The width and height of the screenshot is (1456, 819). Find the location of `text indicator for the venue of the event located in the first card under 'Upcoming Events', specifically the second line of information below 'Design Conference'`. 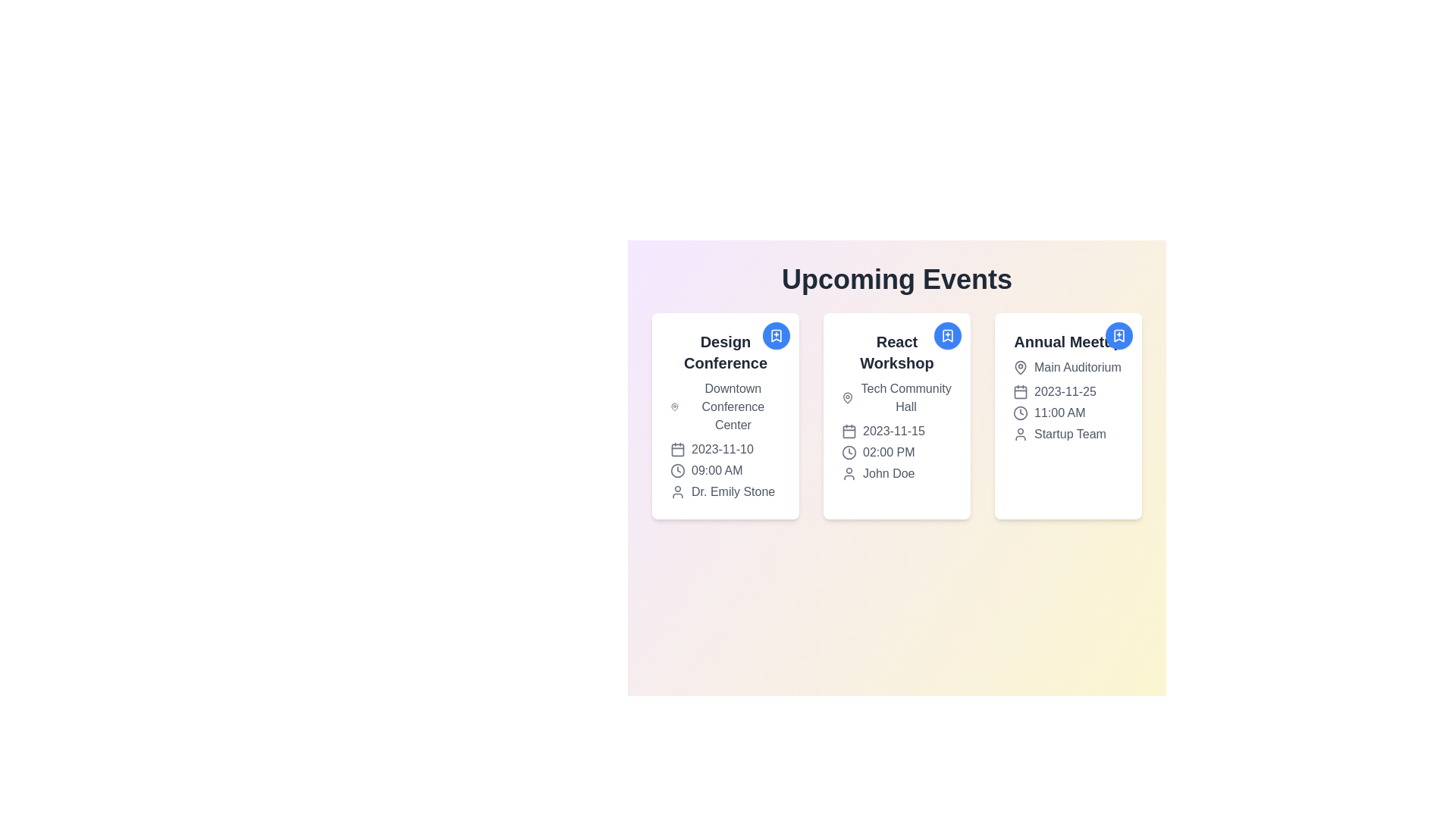

text indicator for the venue of the event located in the first card under 'Upcoming Events', specifically the second line of information below 'Design Conference' is located at coordinates (724, 406).